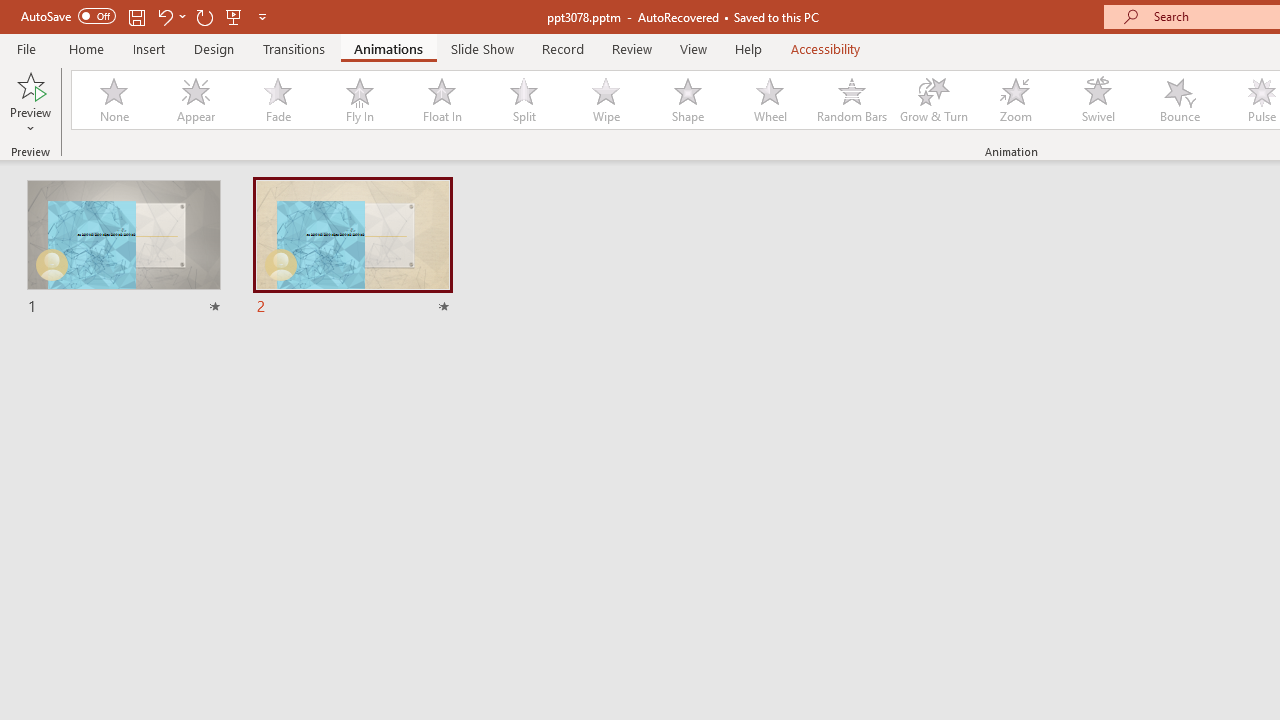  I want to click on 'Preview', so click(30, 103).